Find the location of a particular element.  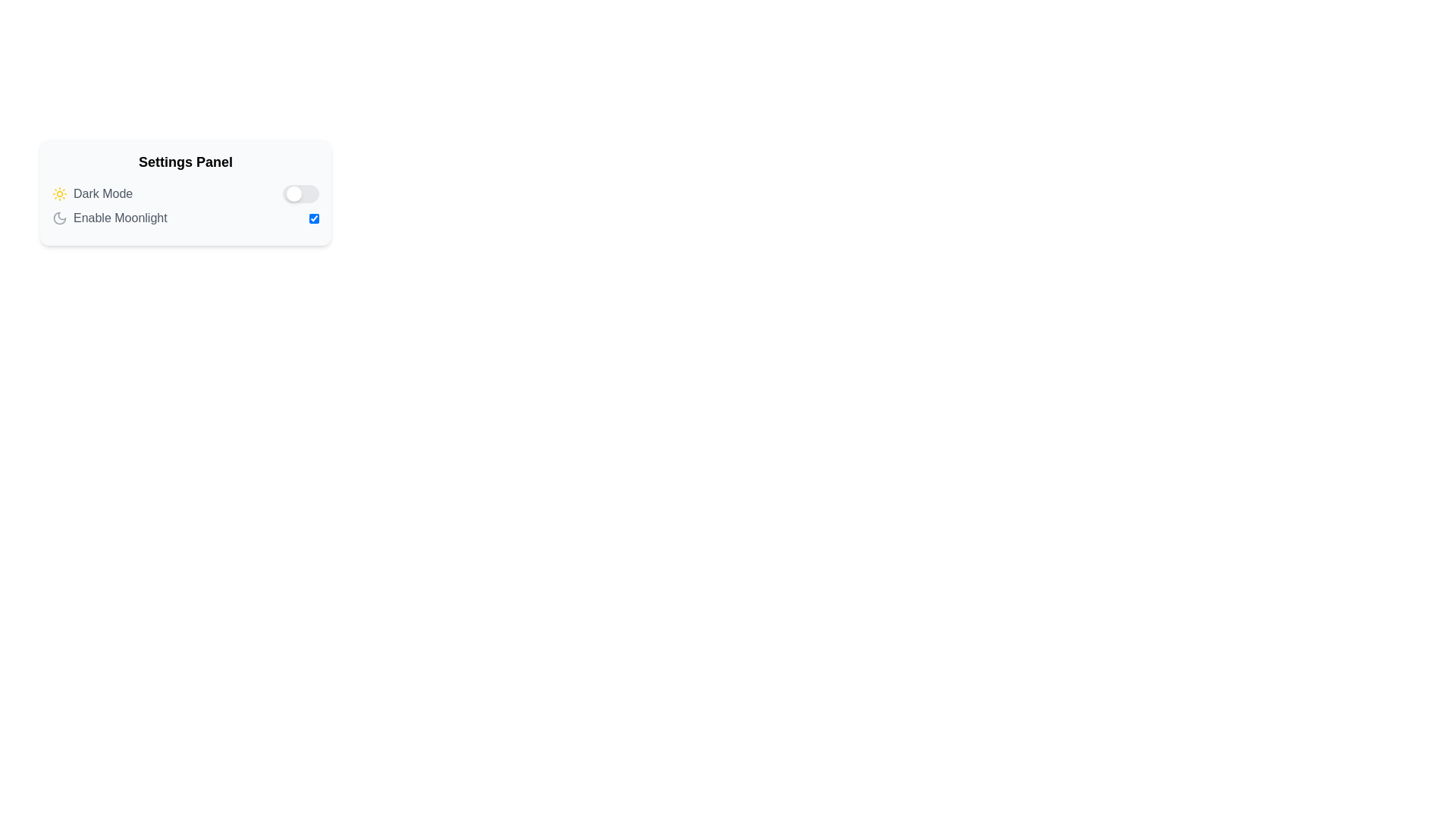

'Dark Mode' label, which features a sun icon in yellow followed by the text 'Dark Mode' in gray, located in the settings panel before the toggle button is located at coordinates (92, 193).